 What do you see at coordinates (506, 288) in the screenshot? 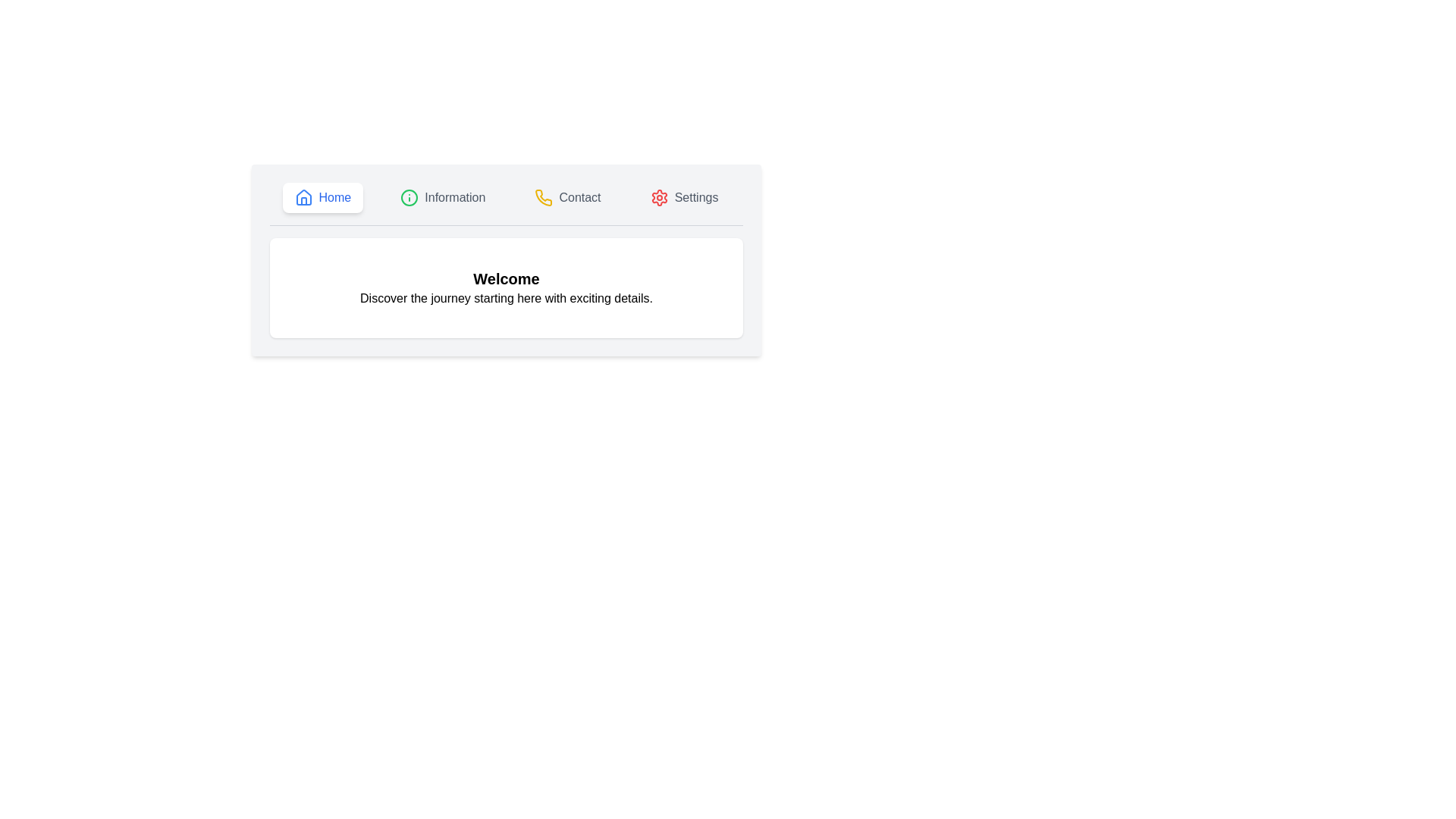
I see `welcome message displayed in the text area that contains the bolded title 'Welcome' and the descriptive sentence 'Discover the journey starting here with exciting details.'` at bounding box center [506, 288].